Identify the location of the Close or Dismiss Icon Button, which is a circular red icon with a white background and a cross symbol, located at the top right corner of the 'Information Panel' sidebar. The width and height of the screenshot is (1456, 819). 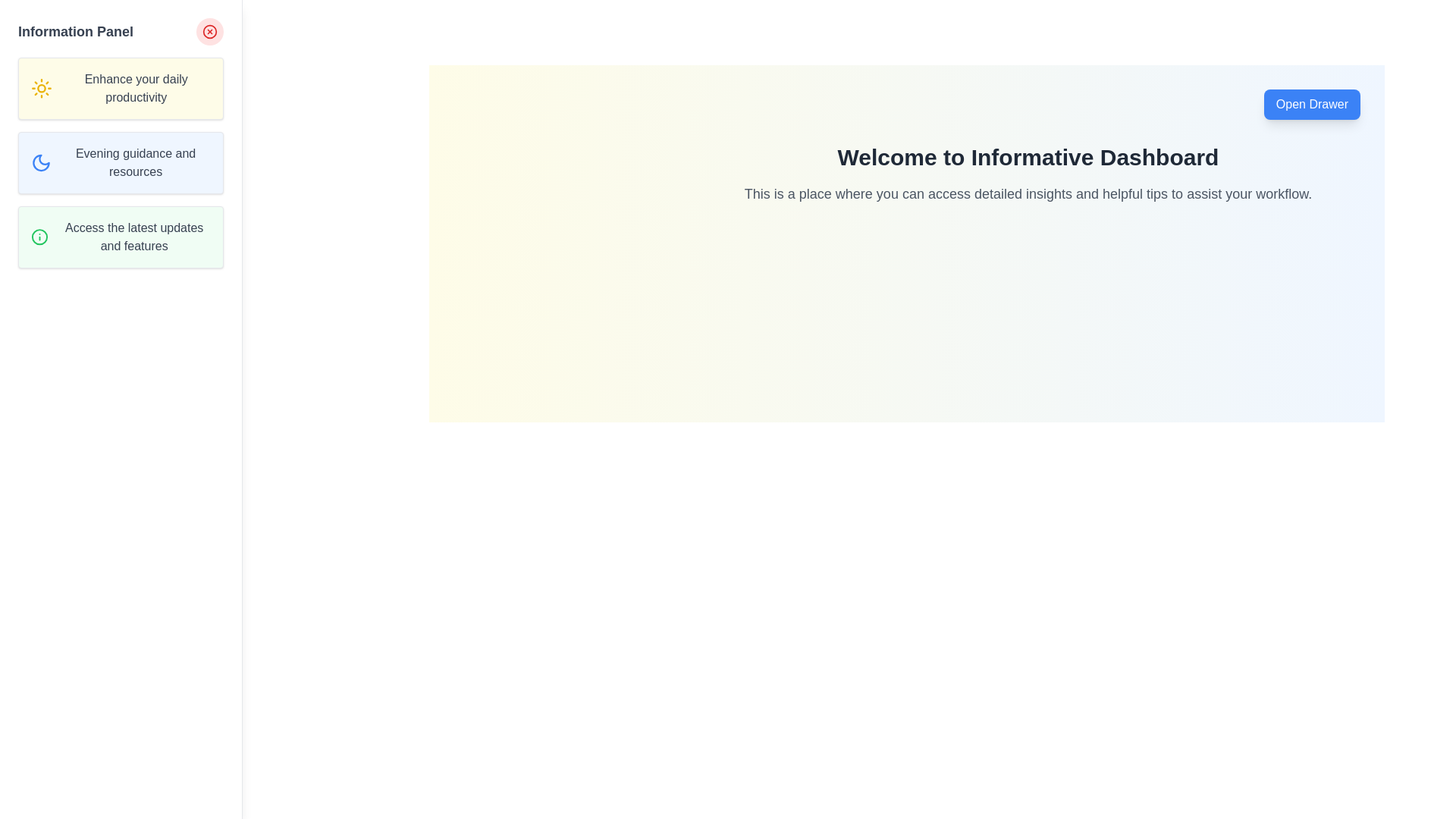
(209, 32).